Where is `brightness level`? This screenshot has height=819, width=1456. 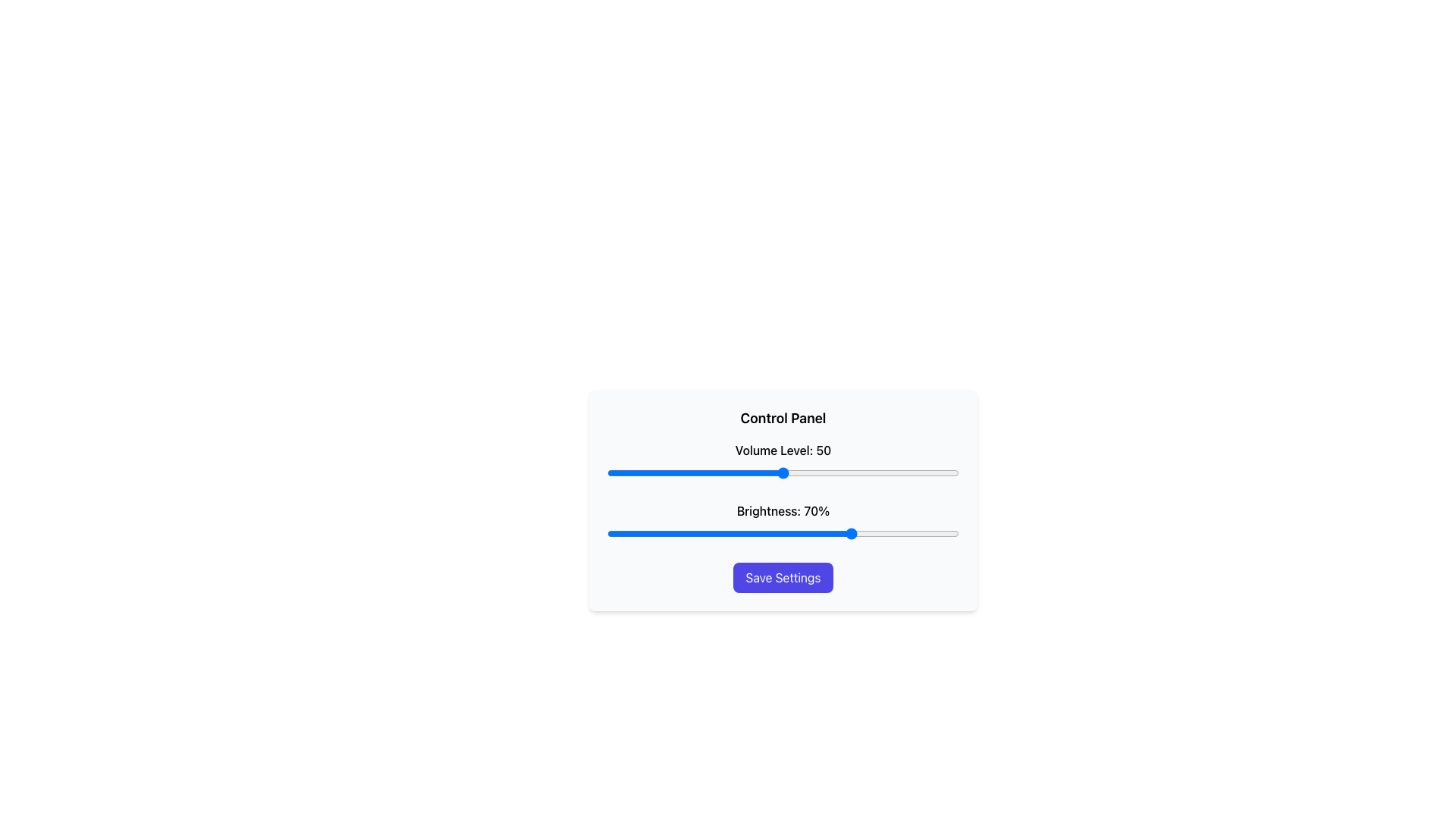
brightness level is located at coordinates (628, 533).